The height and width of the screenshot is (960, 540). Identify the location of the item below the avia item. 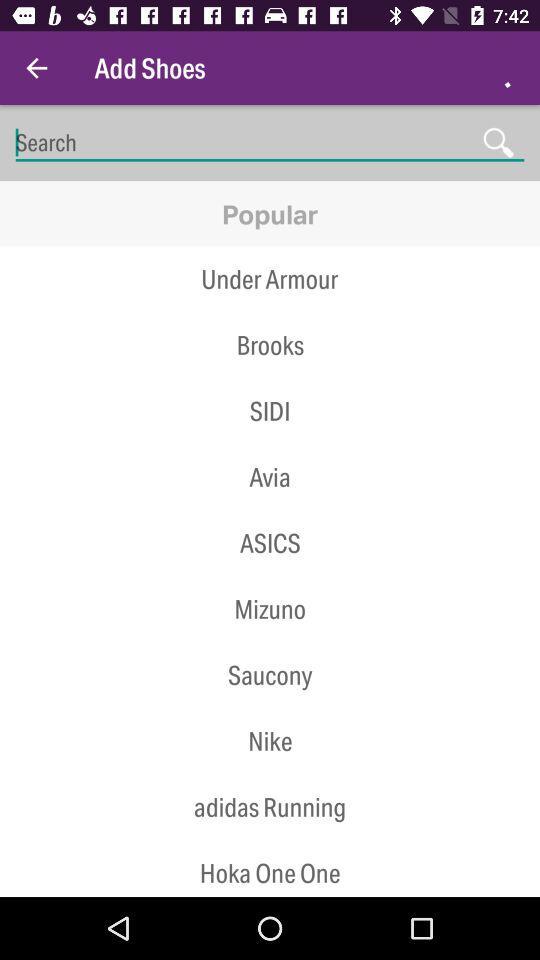
(270, 543).